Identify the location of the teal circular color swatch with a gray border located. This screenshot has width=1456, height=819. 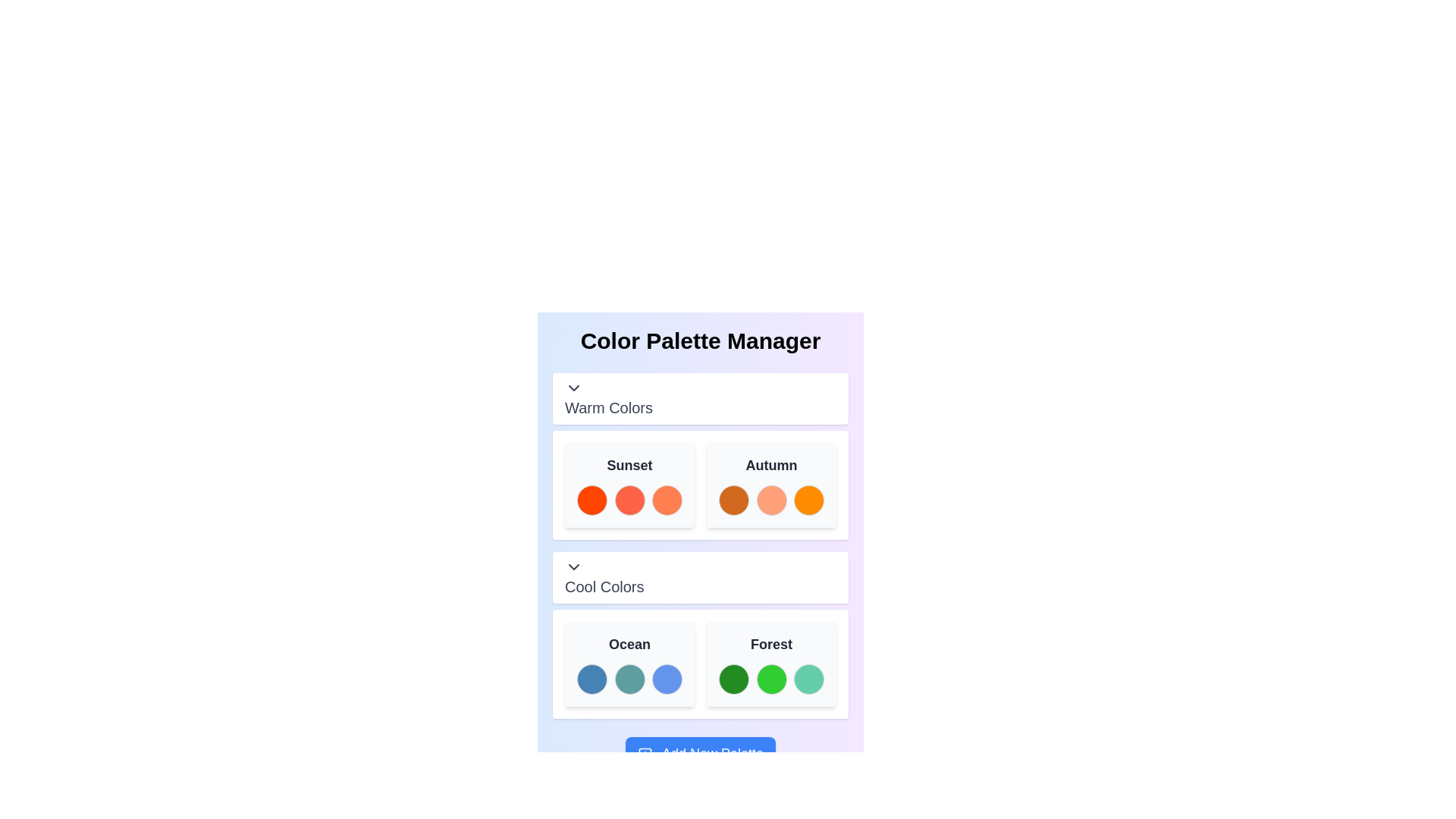
(629, 678).